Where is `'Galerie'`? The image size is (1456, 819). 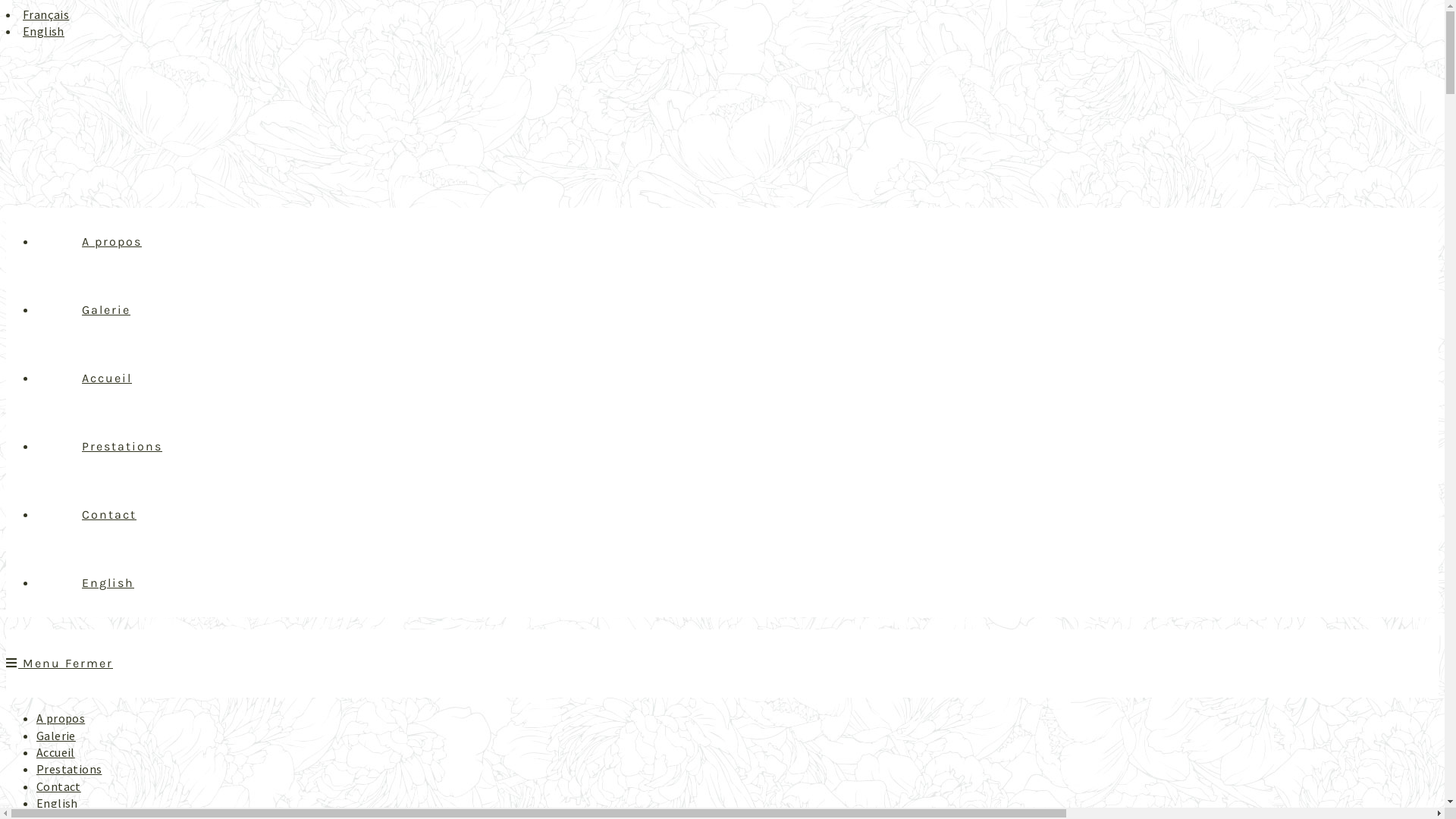
'Galerie' is located at coordinates (105, 309).